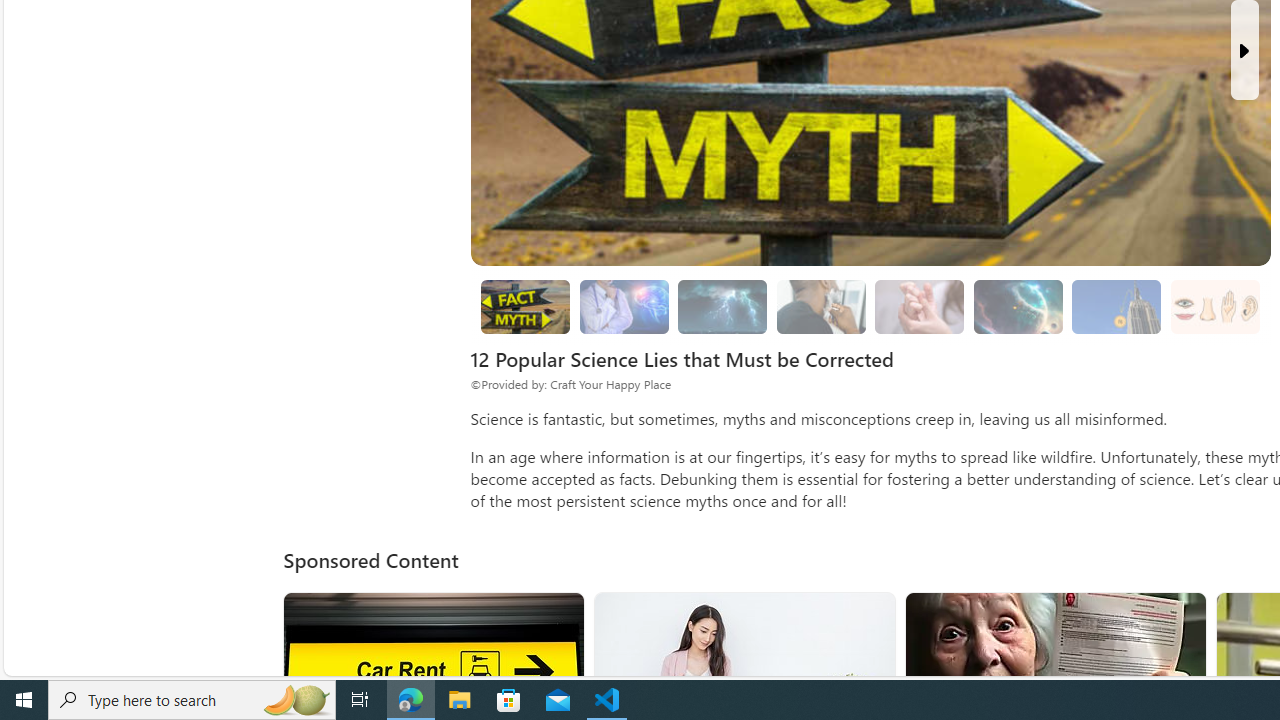 The height and width of the screenshot is (720, 1280). I want to click on 'Lightning Myths', so click(721, 307).